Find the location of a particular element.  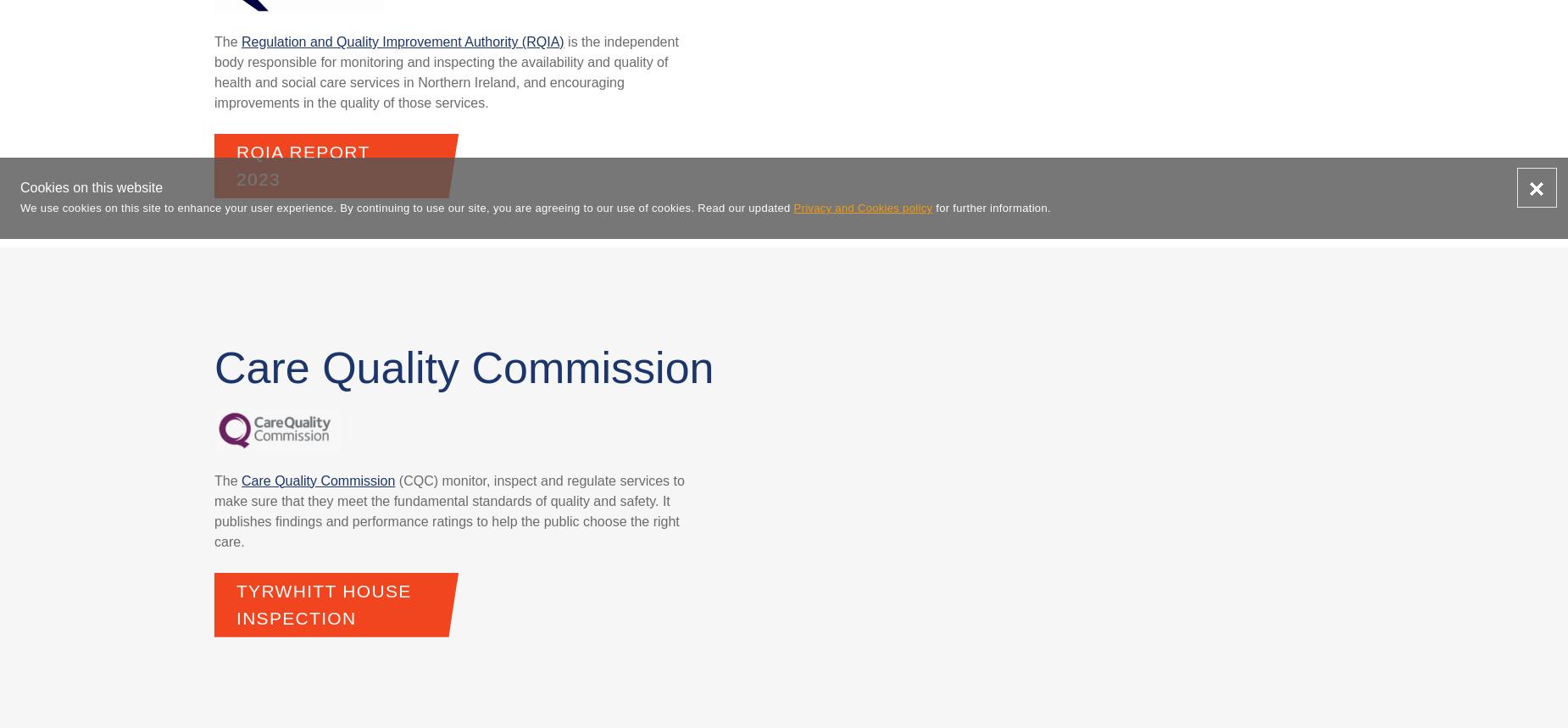

'Regulation and Quality Improvement Authority (RQIA)' is located at coordinates (403, 41).